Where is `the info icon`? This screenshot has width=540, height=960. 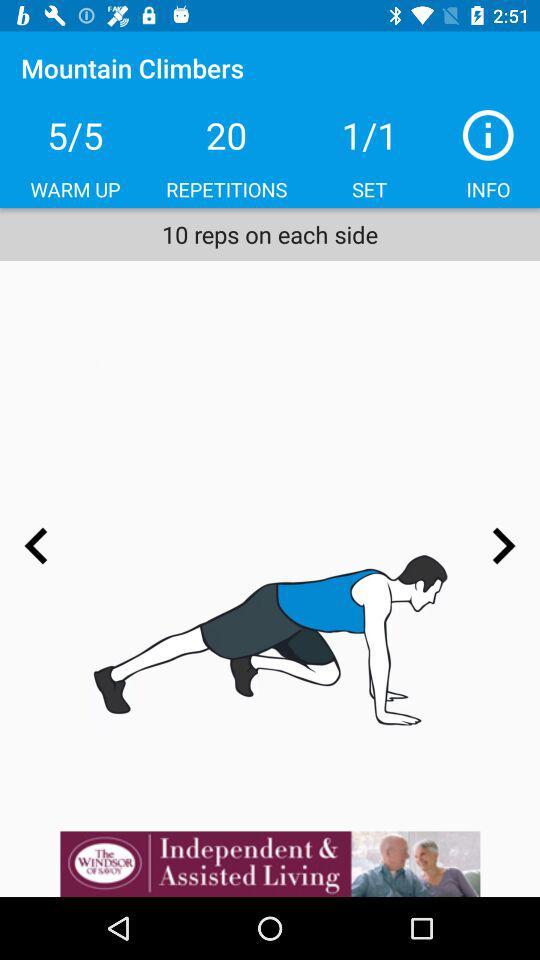 the info icon is located at coordinates (487, 134).